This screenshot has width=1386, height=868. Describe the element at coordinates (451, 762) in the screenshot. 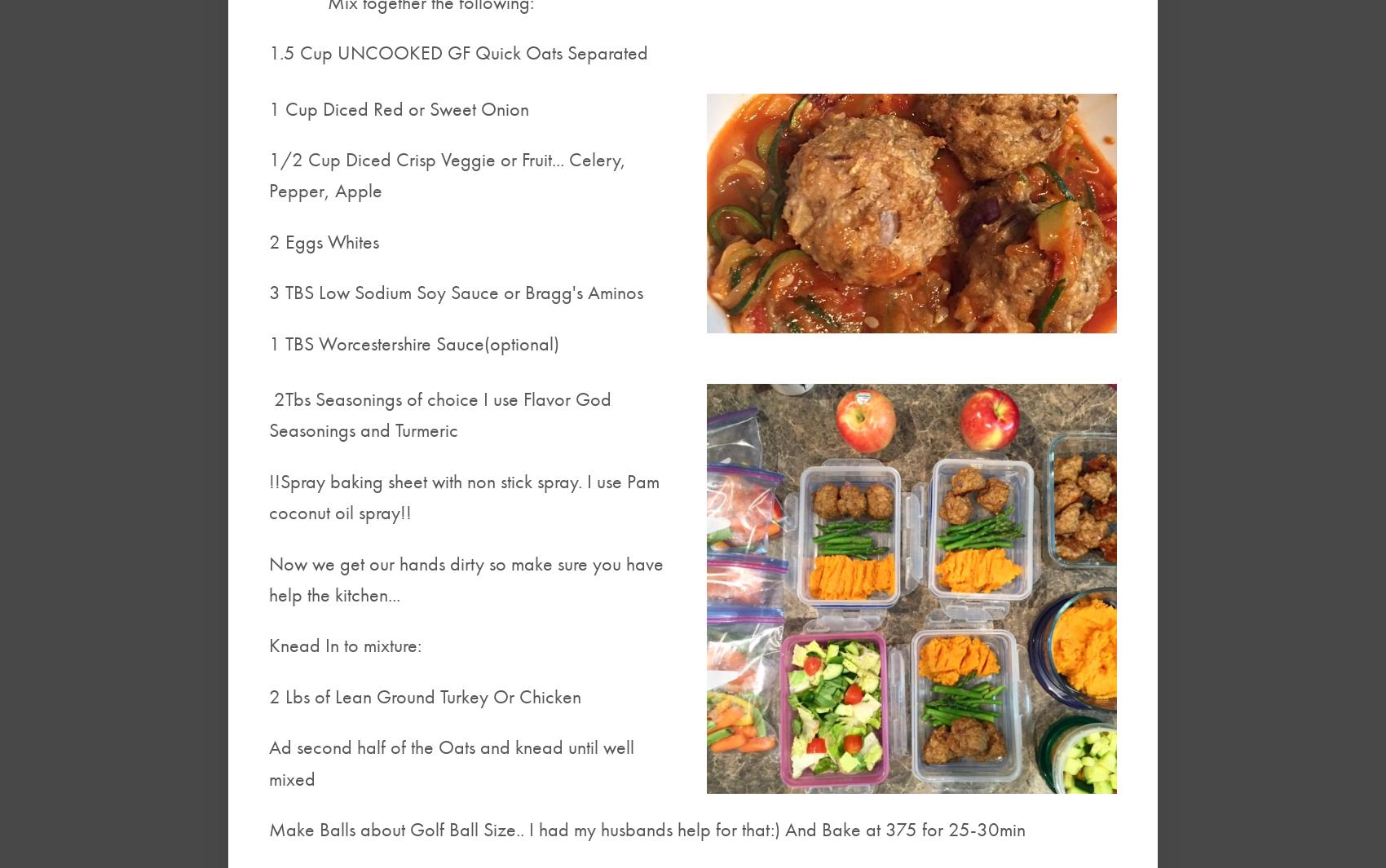

I see `'Ad second half of the Oats and knead until well mixed'` at that location.